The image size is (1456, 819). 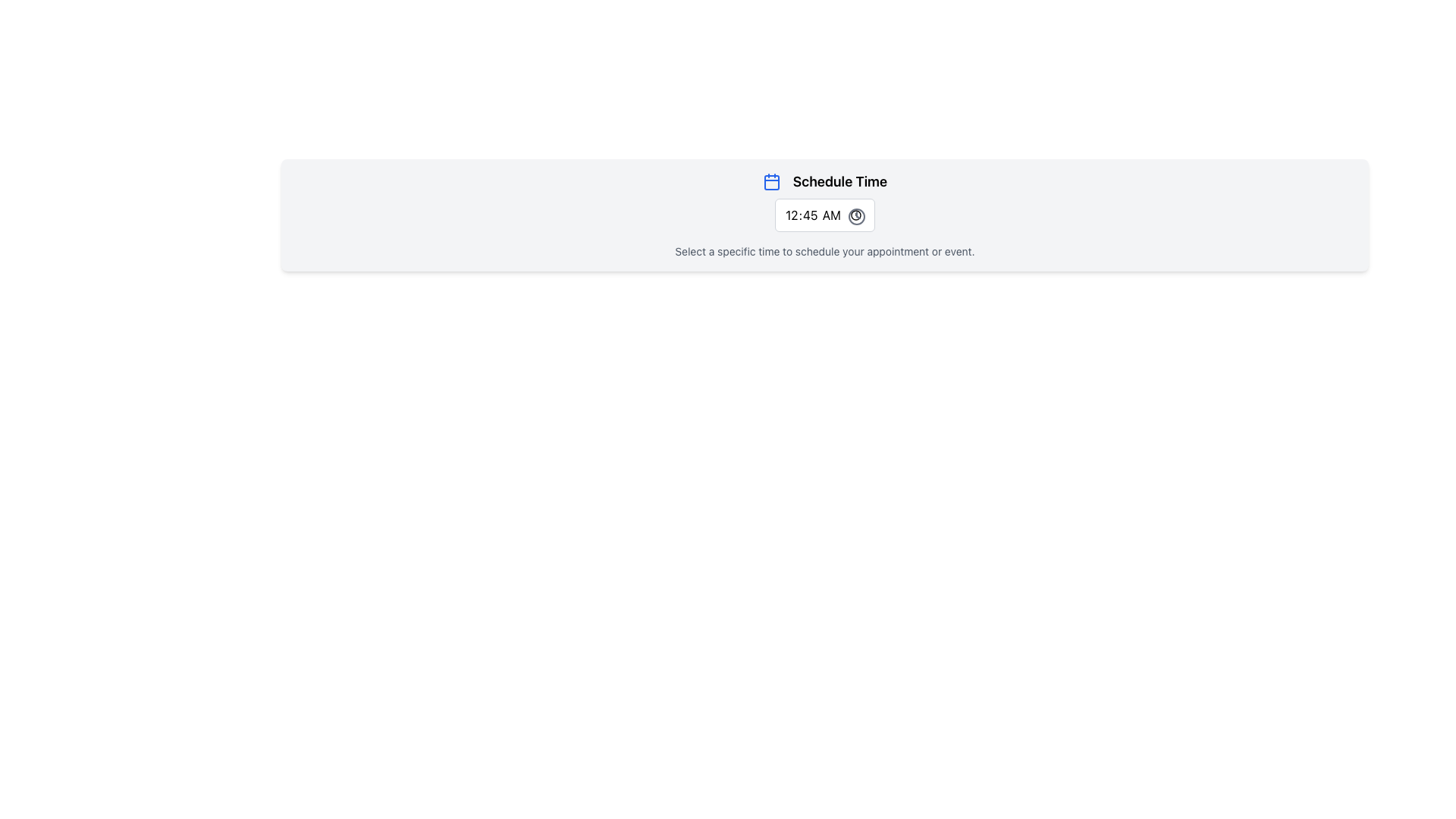 What do you see at coordinates (839, 180) in the screenshot?
I see `the Text Label indicating the purpose or title of the scheduling section, positioned near the blue calendar icon` at bounding box center [839, 180].